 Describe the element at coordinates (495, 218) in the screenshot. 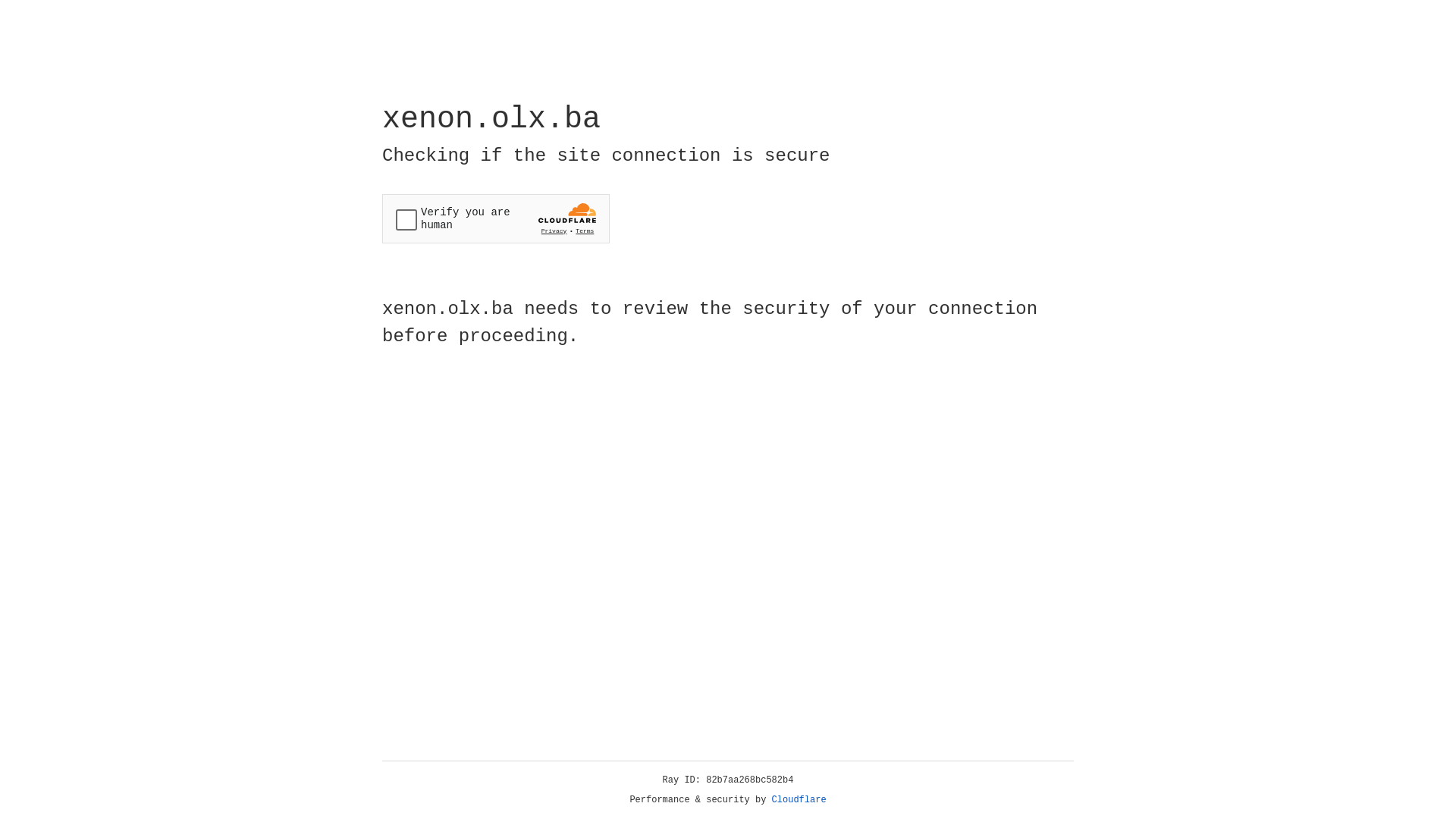

I see `'Widget containing a Cloudflare security challenge'` at that location.